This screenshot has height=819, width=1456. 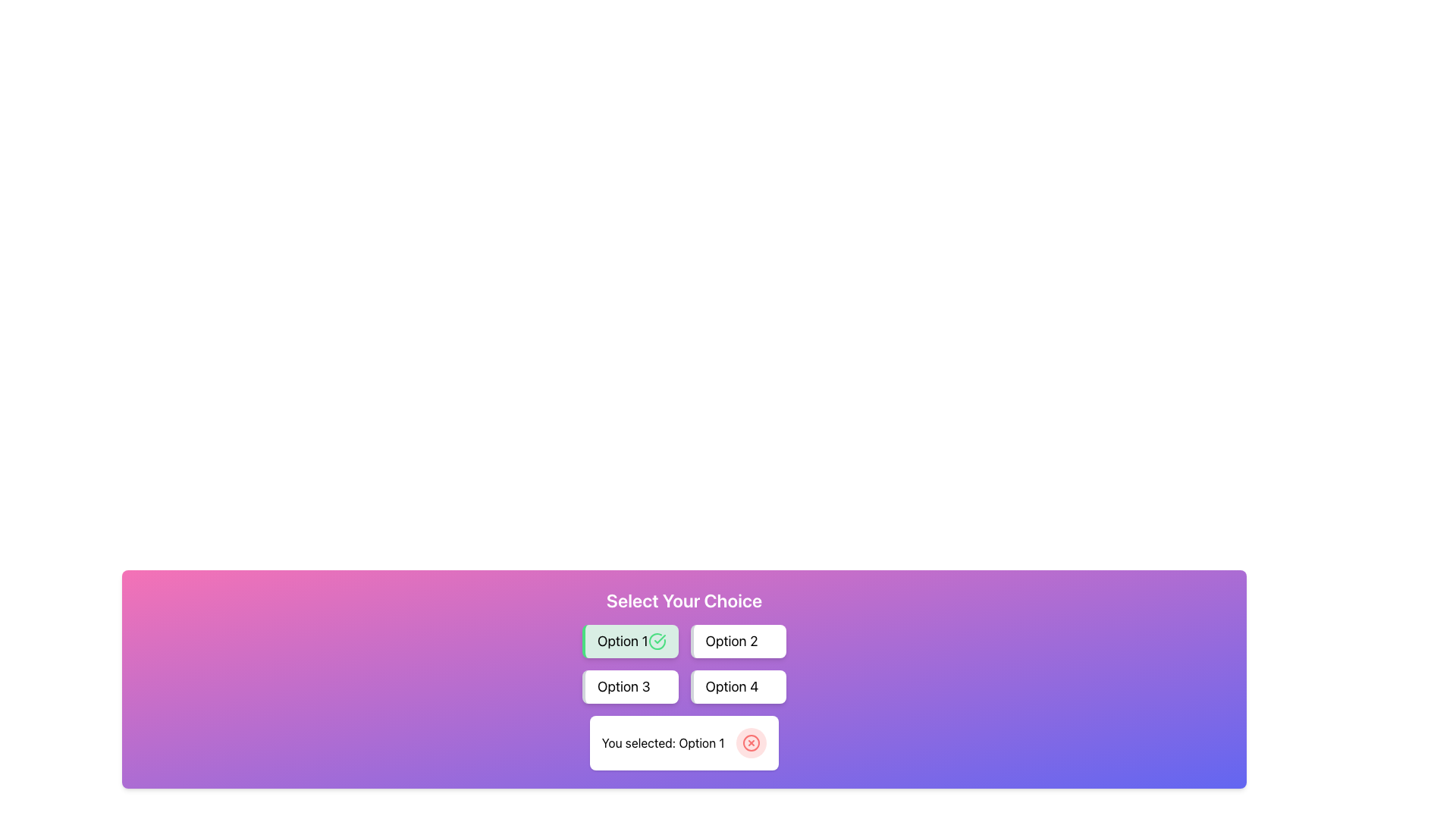 I want to click on the first selectable option in the grid layout, which is styled with green and has a checkmark, so click(x=630, y=641).